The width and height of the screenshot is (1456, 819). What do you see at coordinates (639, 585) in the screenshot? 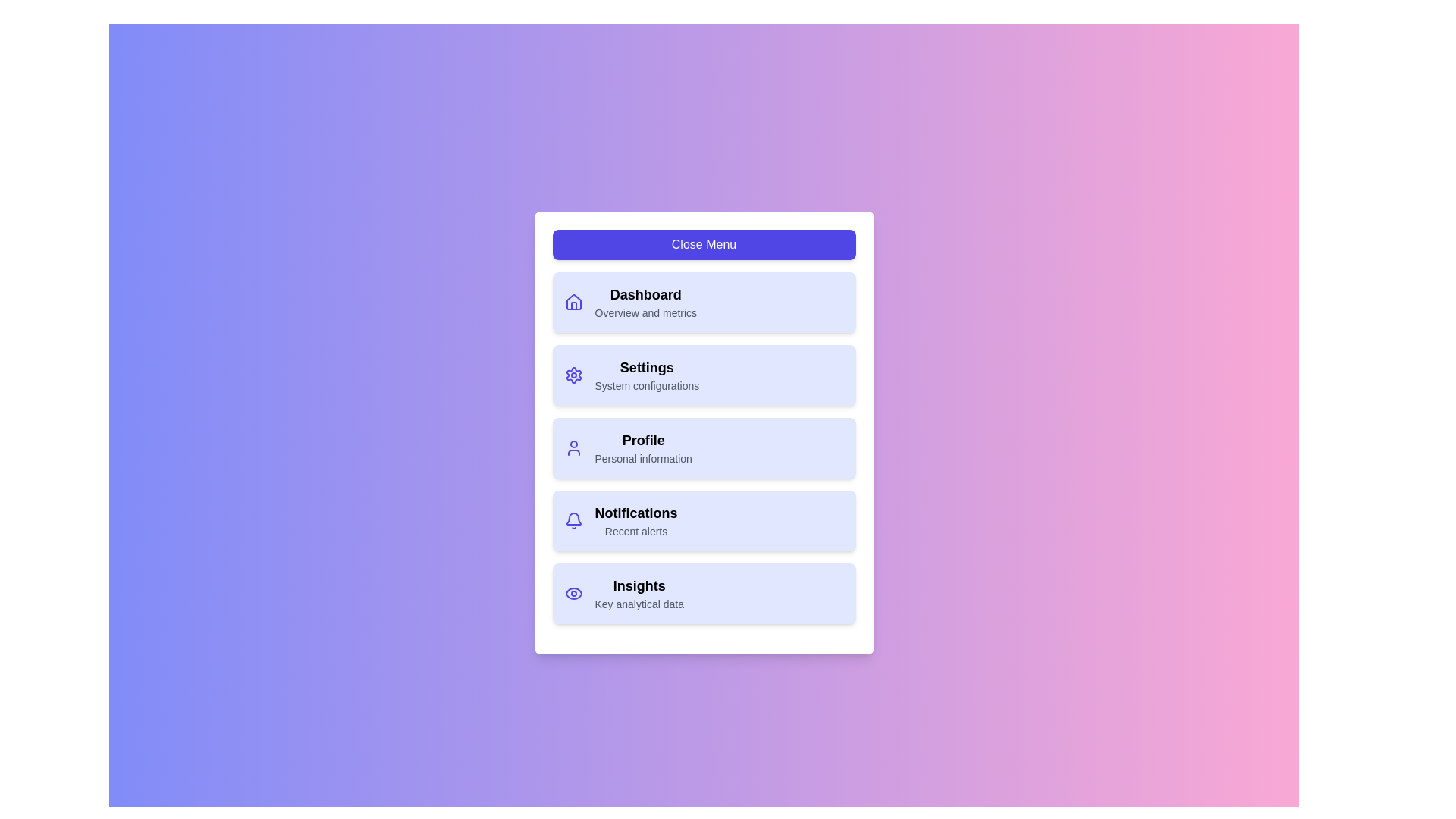
I see `the text of the menu item labeled Insights` at bounding box center [639, 585].